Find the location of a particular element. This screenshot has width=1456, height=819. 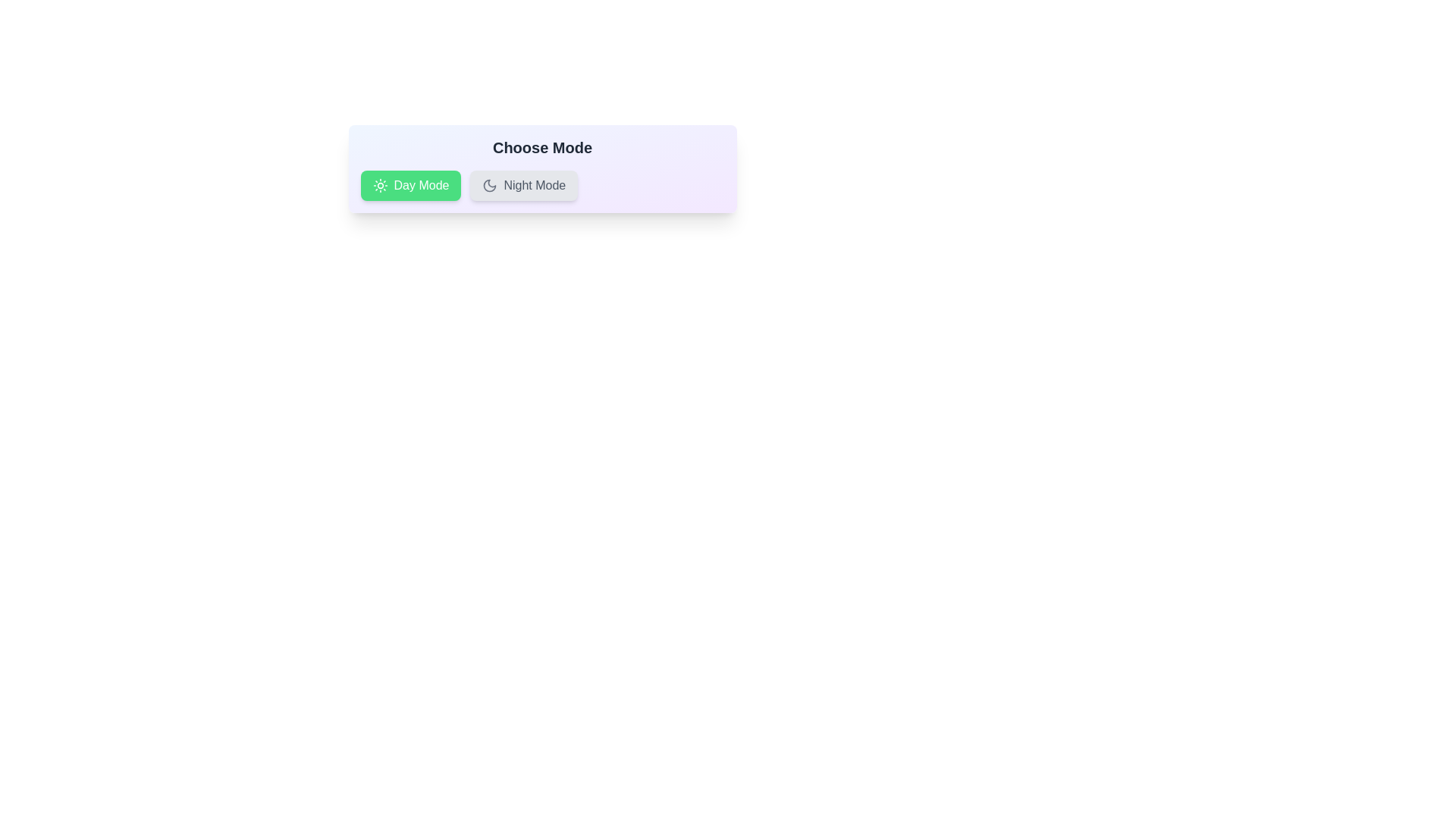

the chip labeled Night Mode to open its context menu is located at coordinates (524, 185).